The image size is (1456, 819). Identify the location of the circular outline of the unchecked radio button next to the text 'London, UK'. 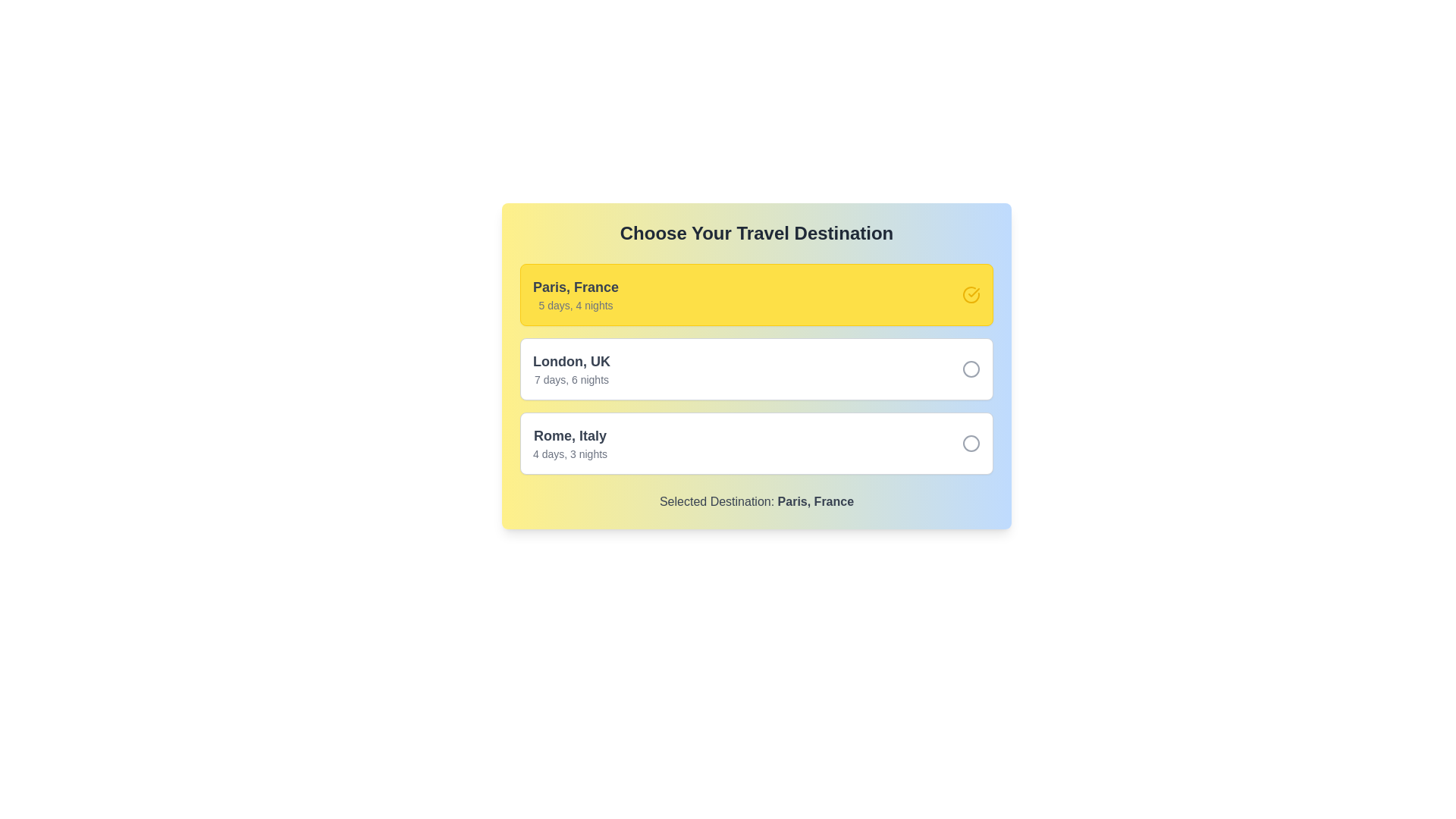
(971, 369).